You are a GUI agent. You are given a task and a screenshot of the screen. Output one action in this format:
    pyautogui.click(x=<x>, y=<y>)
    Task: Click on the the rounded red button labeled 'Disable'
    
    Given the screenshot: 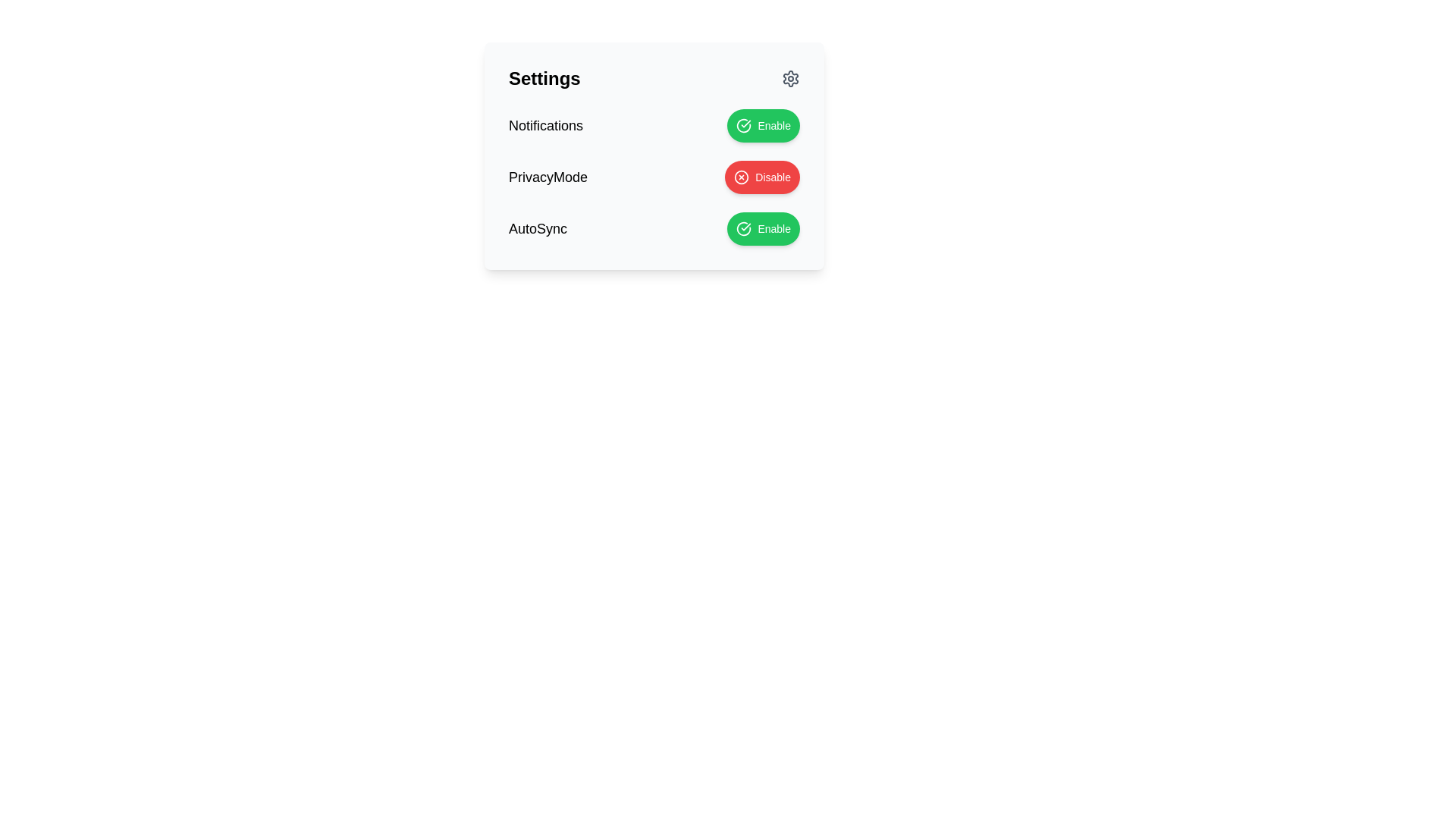 What is the action you would take?
    pyautogui.click(x=762, y=177)
    